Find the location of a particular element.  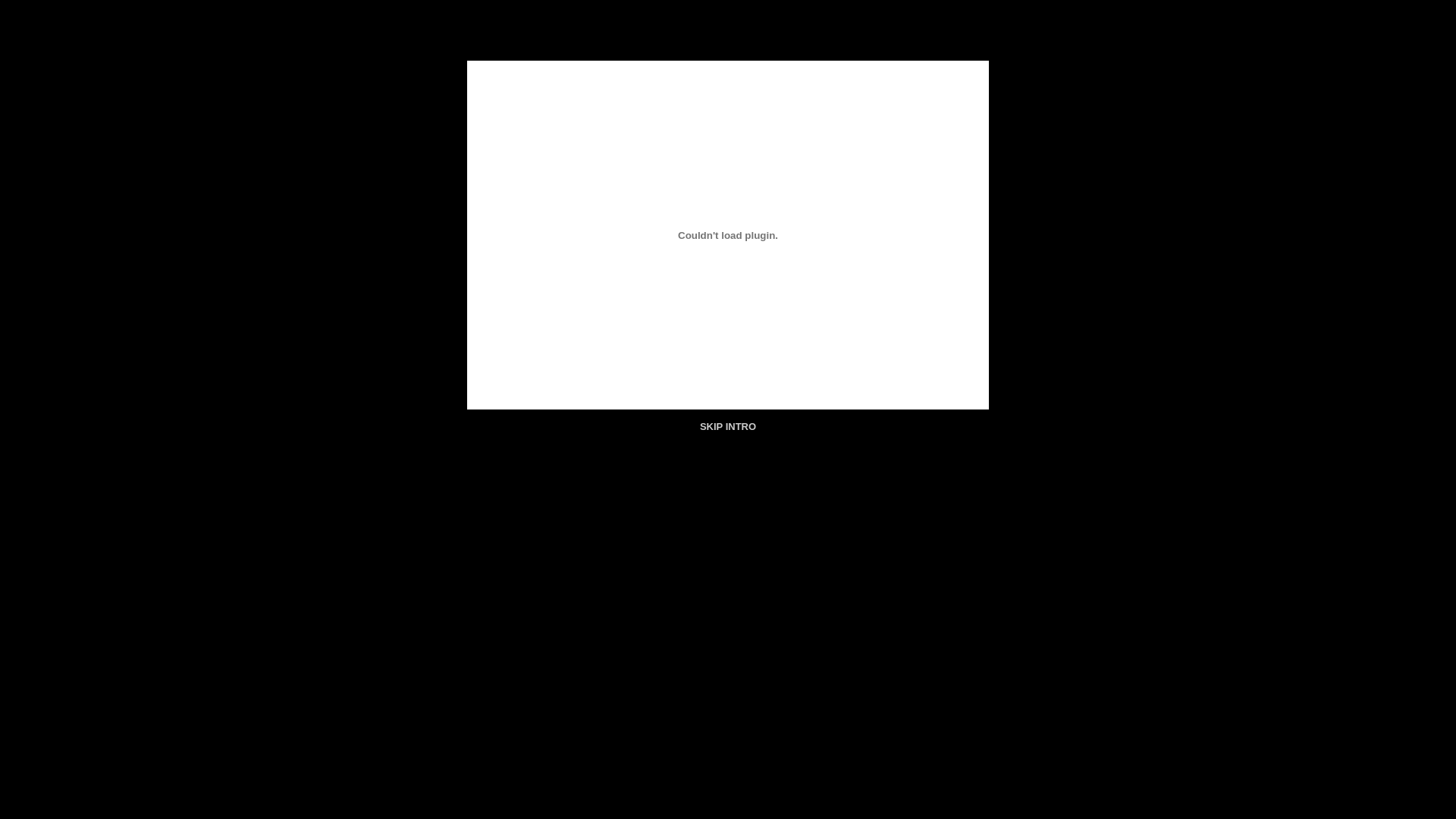

'SKIP INTRO' is located at coordinates (728, 426).